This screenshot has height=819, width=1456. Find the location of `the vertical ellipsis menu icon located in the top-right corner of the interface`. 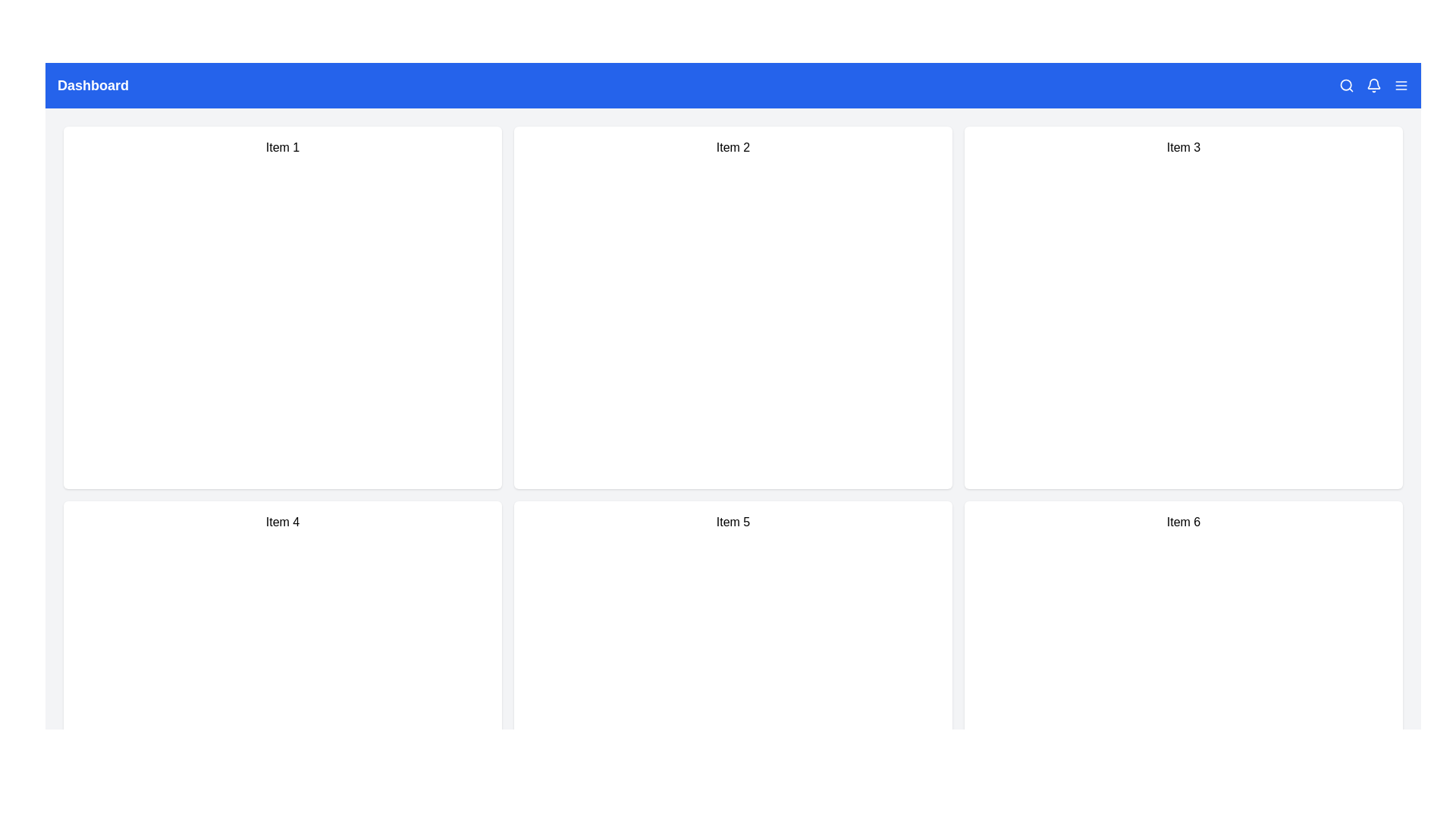

the vertical ellipsis menu icon located in the top-right corner of the interface is located at coordinates (1401, 85).